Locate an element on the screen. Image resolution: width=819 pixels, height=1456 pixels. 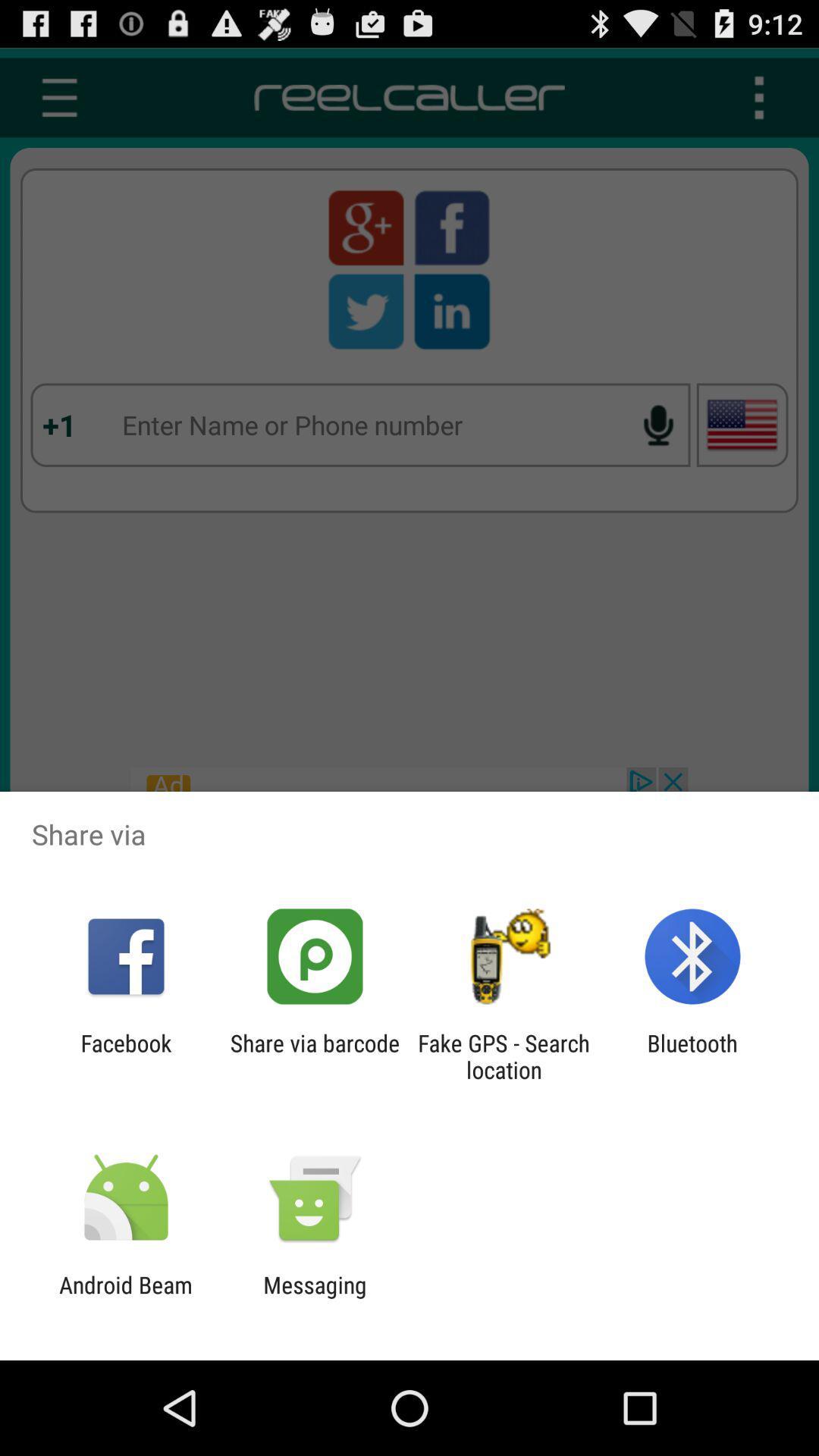
item to the right of share via barcode icon is located at coordinates (504, 1056).